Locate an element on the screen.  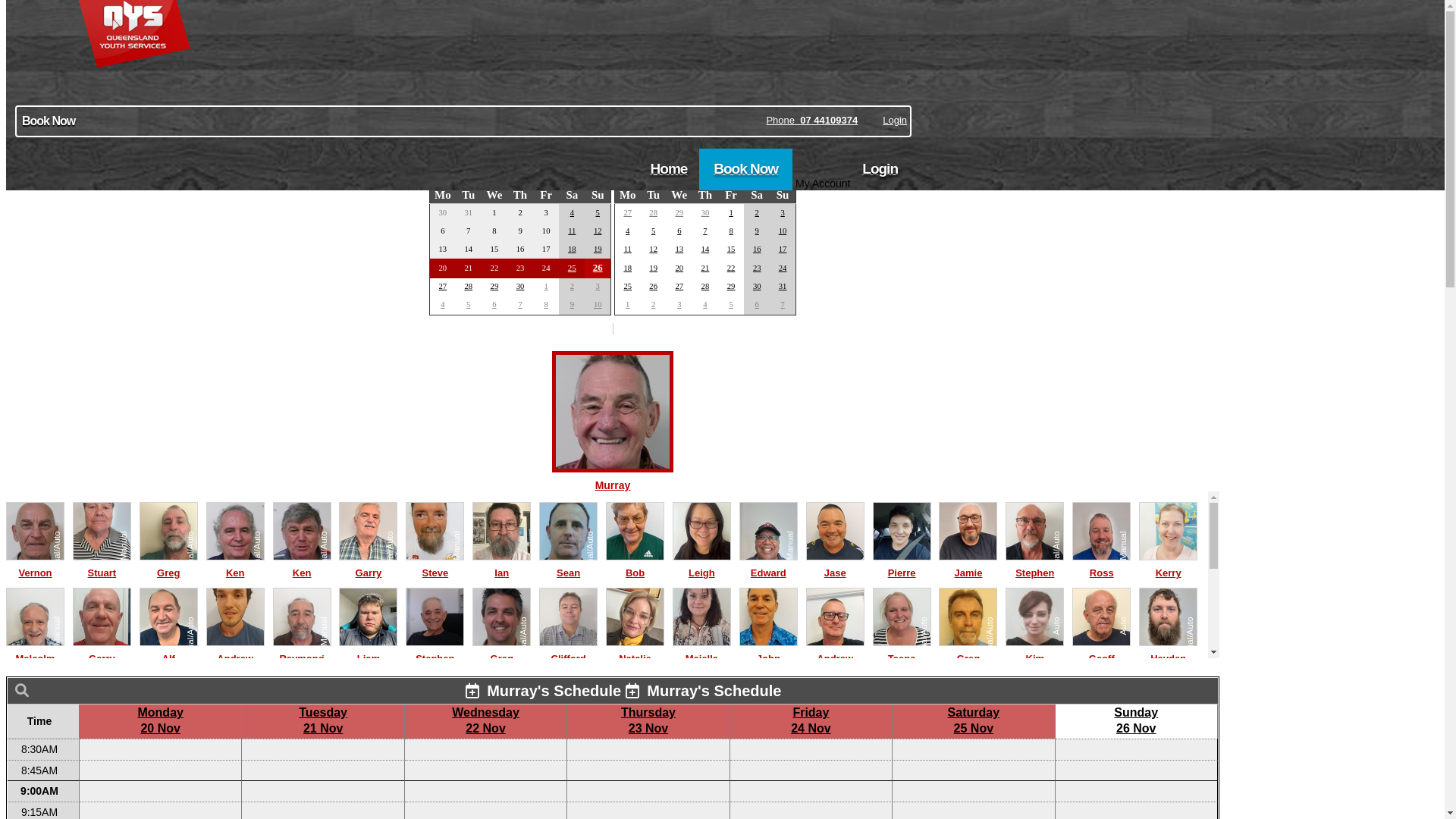
'24' is located at coordinates (783, 267).